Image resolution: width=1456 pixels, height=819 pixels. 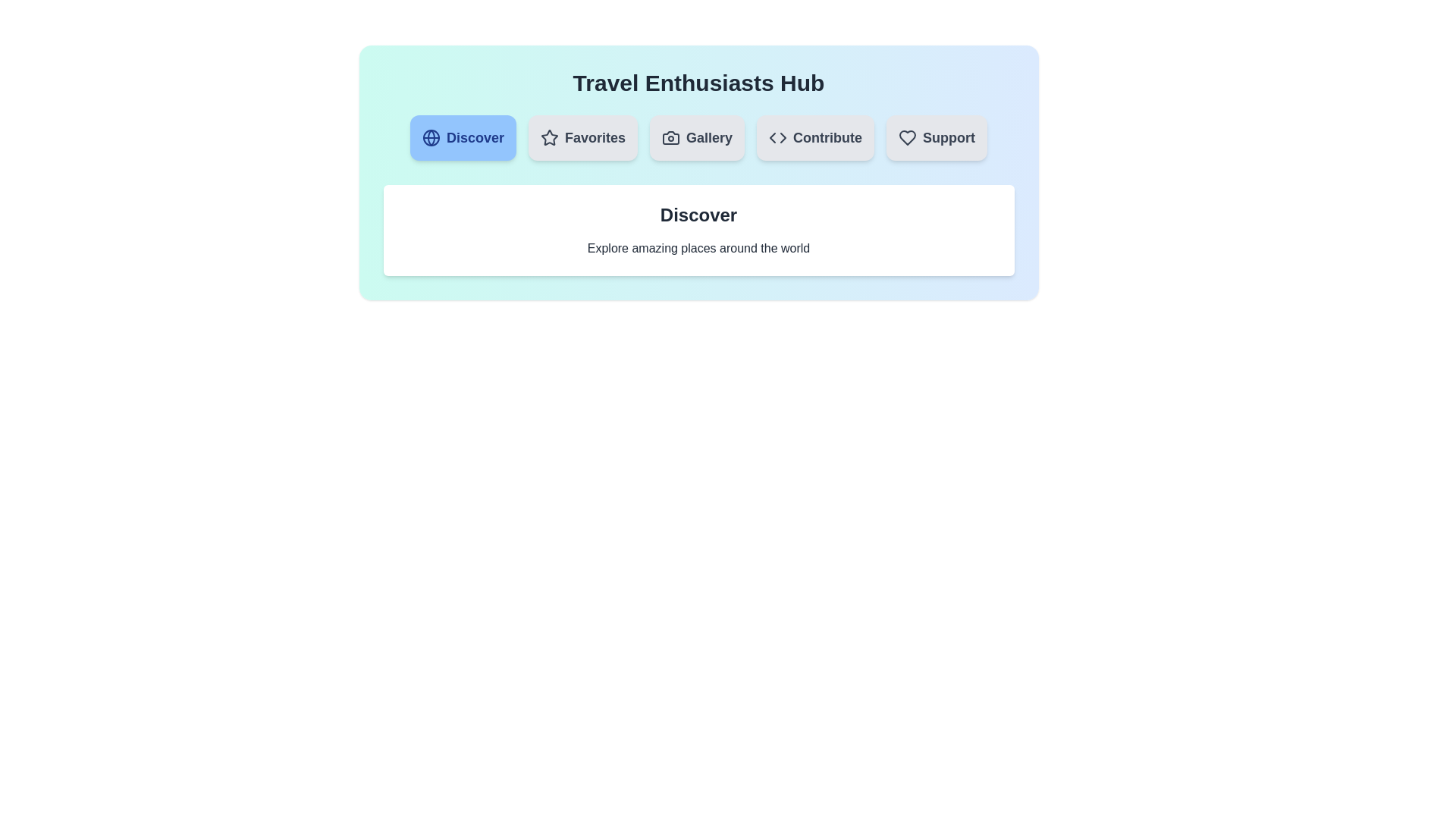 I want to click on the programming-related icon located to the left of the 'Contribute' label, which is the fourth item in the horizontally aligned menu of options, so click(x=778, y=137).